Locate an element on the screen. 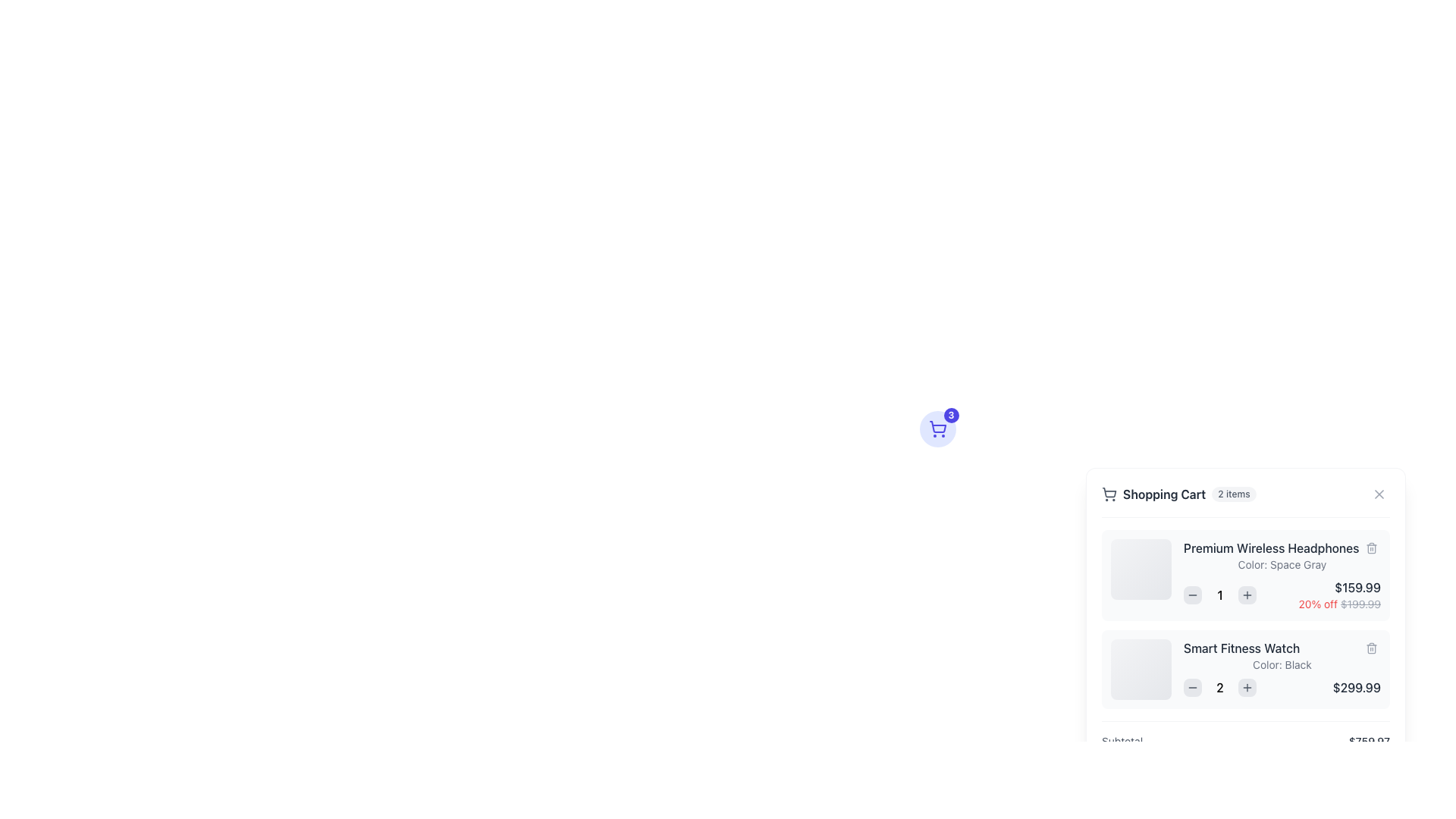  the icon button that decreases the quantity of the 'Smart Fitness Watch' in the shopping cart is located at coordinates (1192, 687).